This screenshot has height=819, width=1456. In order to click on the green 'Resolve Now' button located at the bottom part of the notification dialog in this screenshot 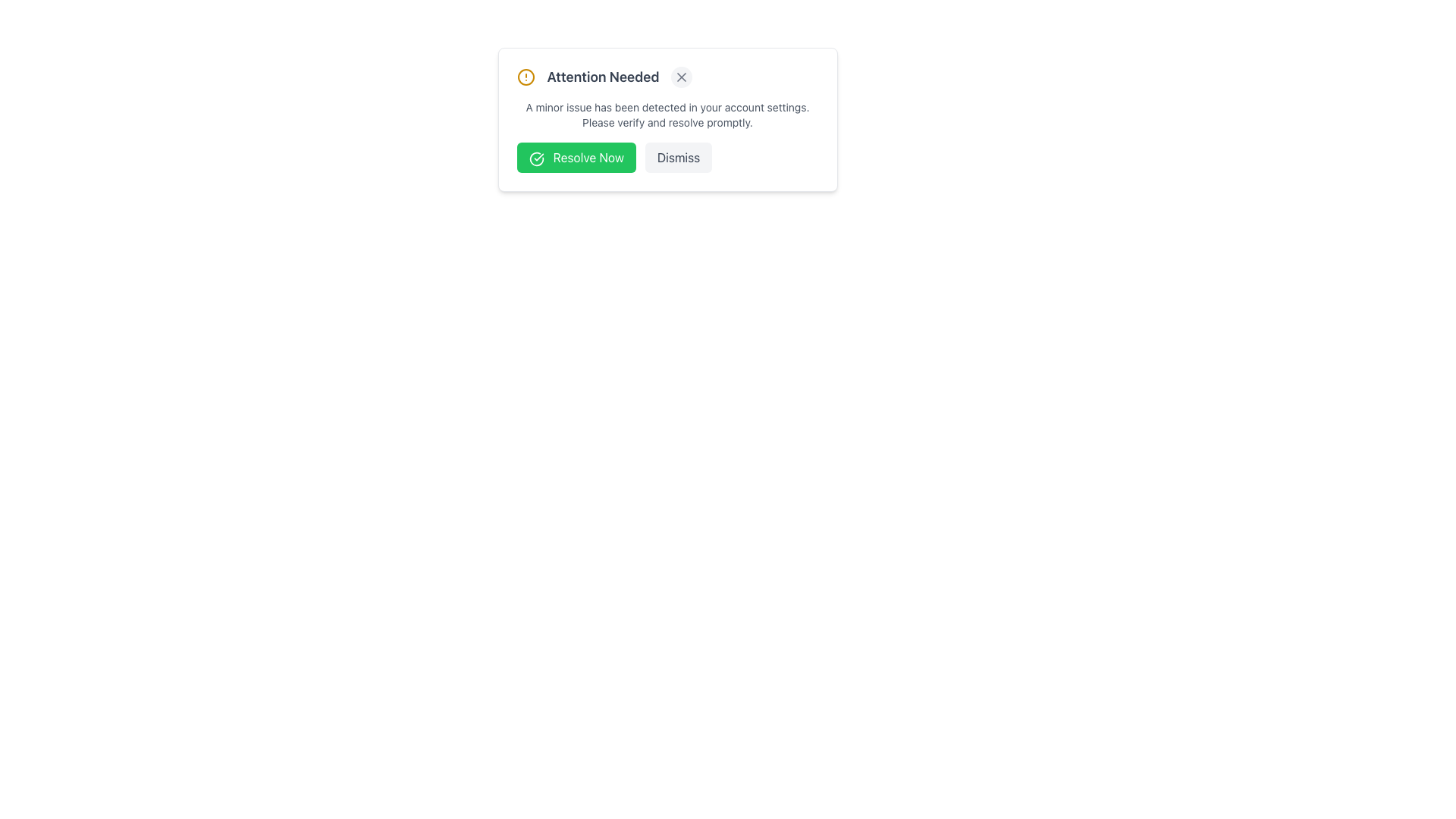, I will do `click(576, 158)`.